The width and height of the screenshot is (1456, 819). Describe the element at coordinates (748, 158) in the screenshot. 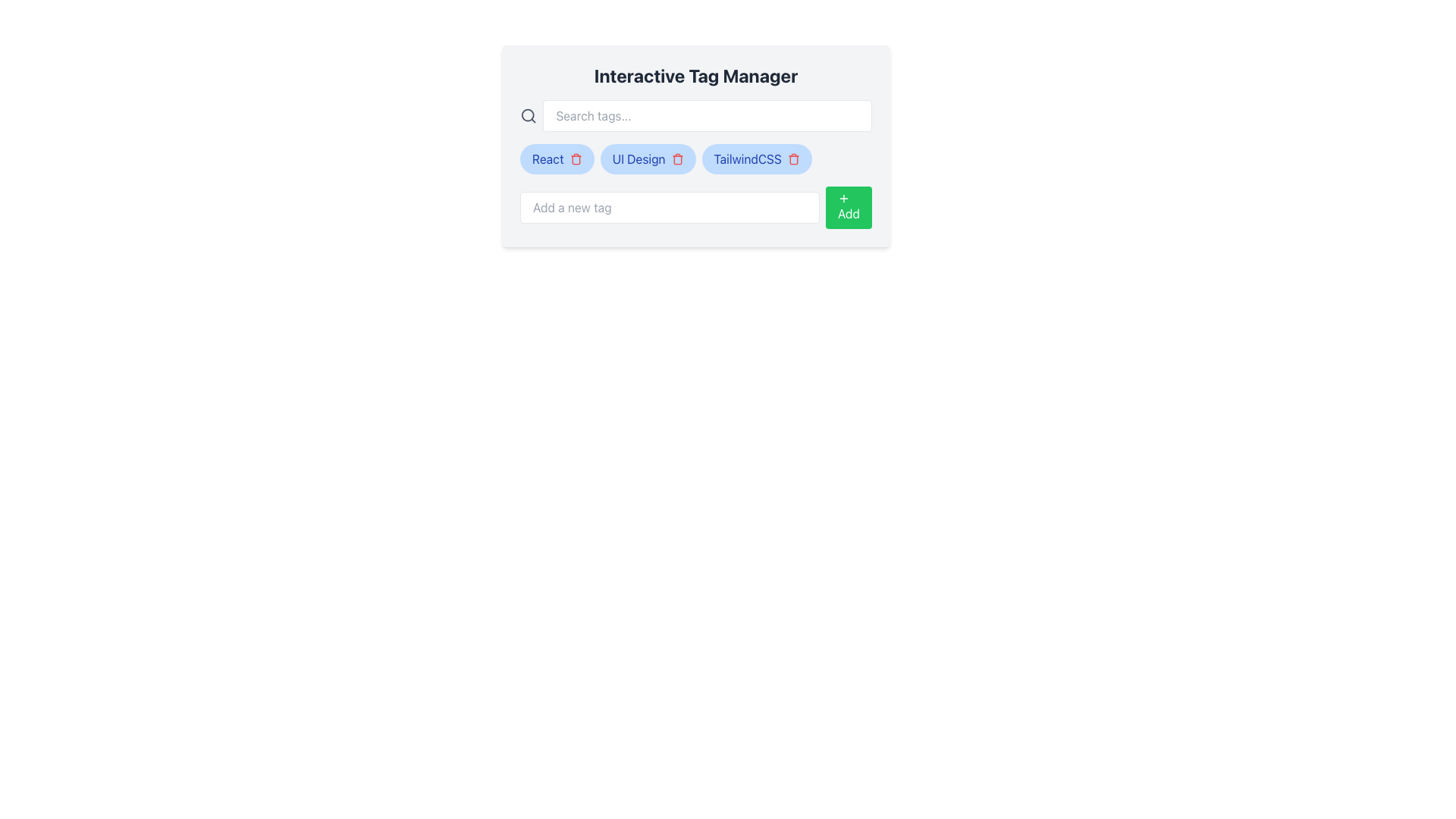

I see `the 'TailwindCSS' text label, which is displayed in bold blue font on a light blue rounded rectangle` at that location.